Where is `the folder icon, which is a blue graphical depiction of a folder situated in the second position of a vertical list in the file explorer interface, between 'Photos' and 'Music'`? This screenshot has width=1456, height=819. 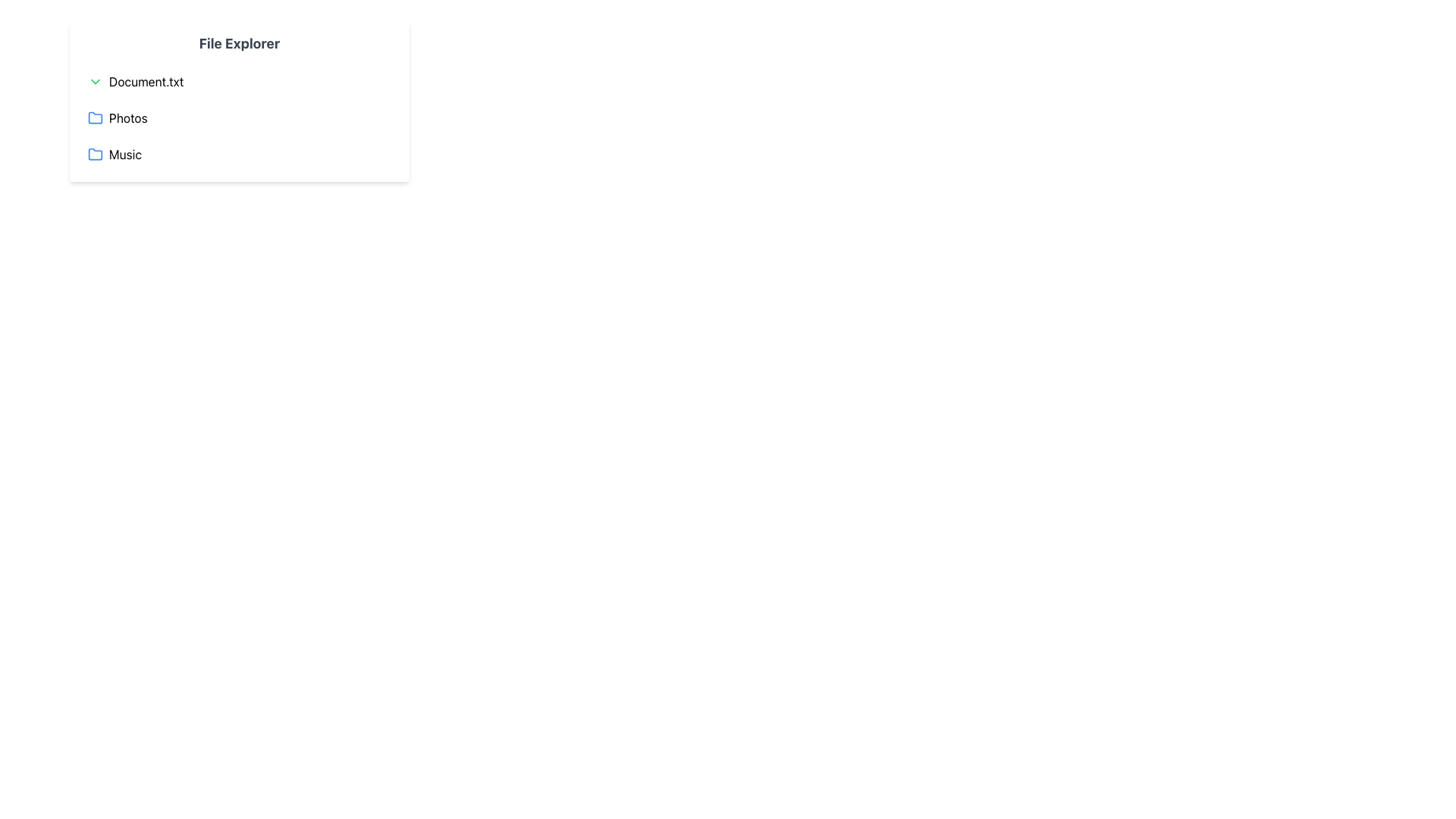
the folder icon, which is a blue graphical depiction of a folder situated in the second position of a vertical list in the file explorer interface, between 'Photos' and 'Music' is located at coordinates (94, 117).